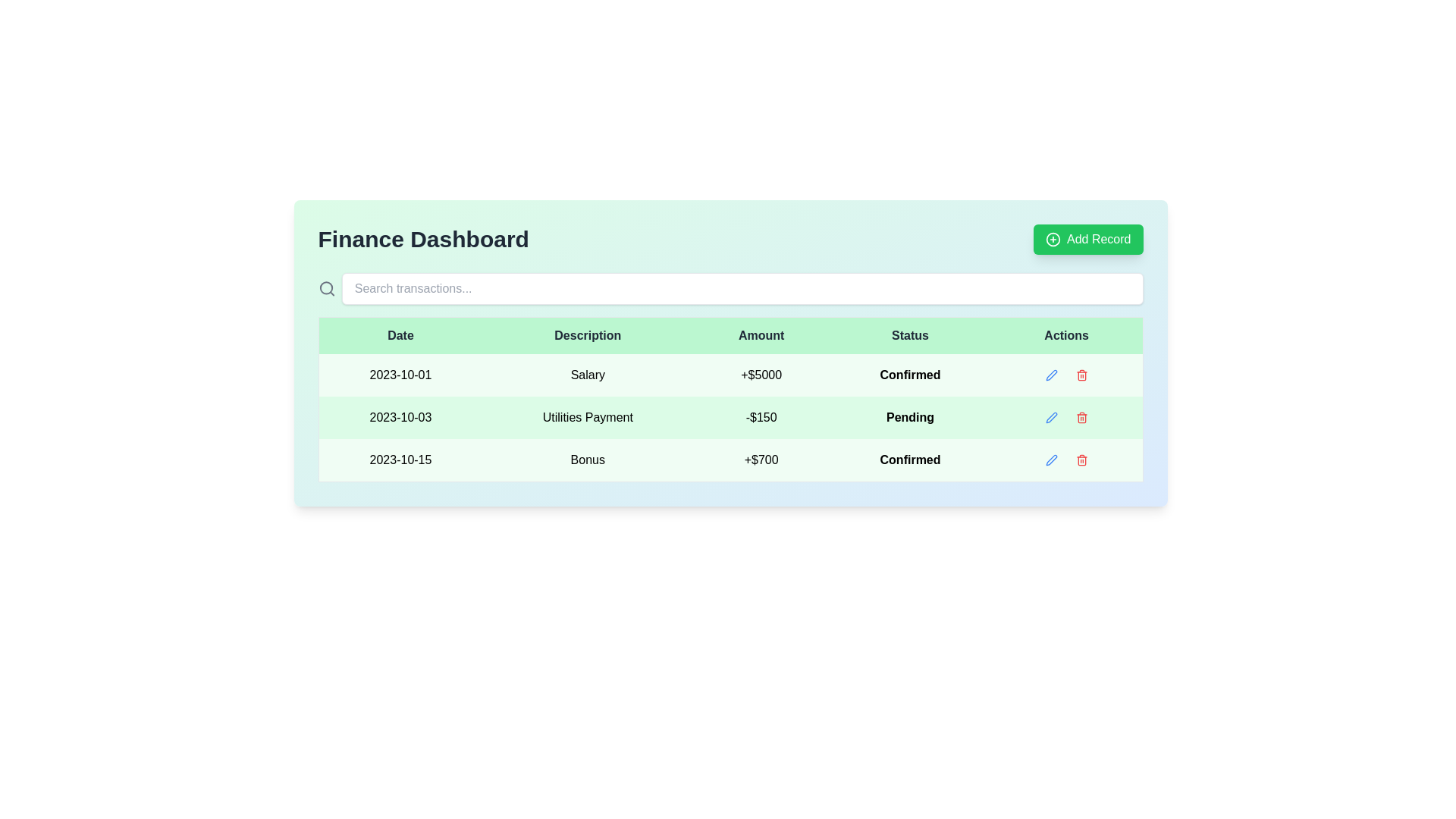 This screenshot has width=1456, height=819. I want to click on the second row of the data table in the financial dashboard, so click(730, 418).